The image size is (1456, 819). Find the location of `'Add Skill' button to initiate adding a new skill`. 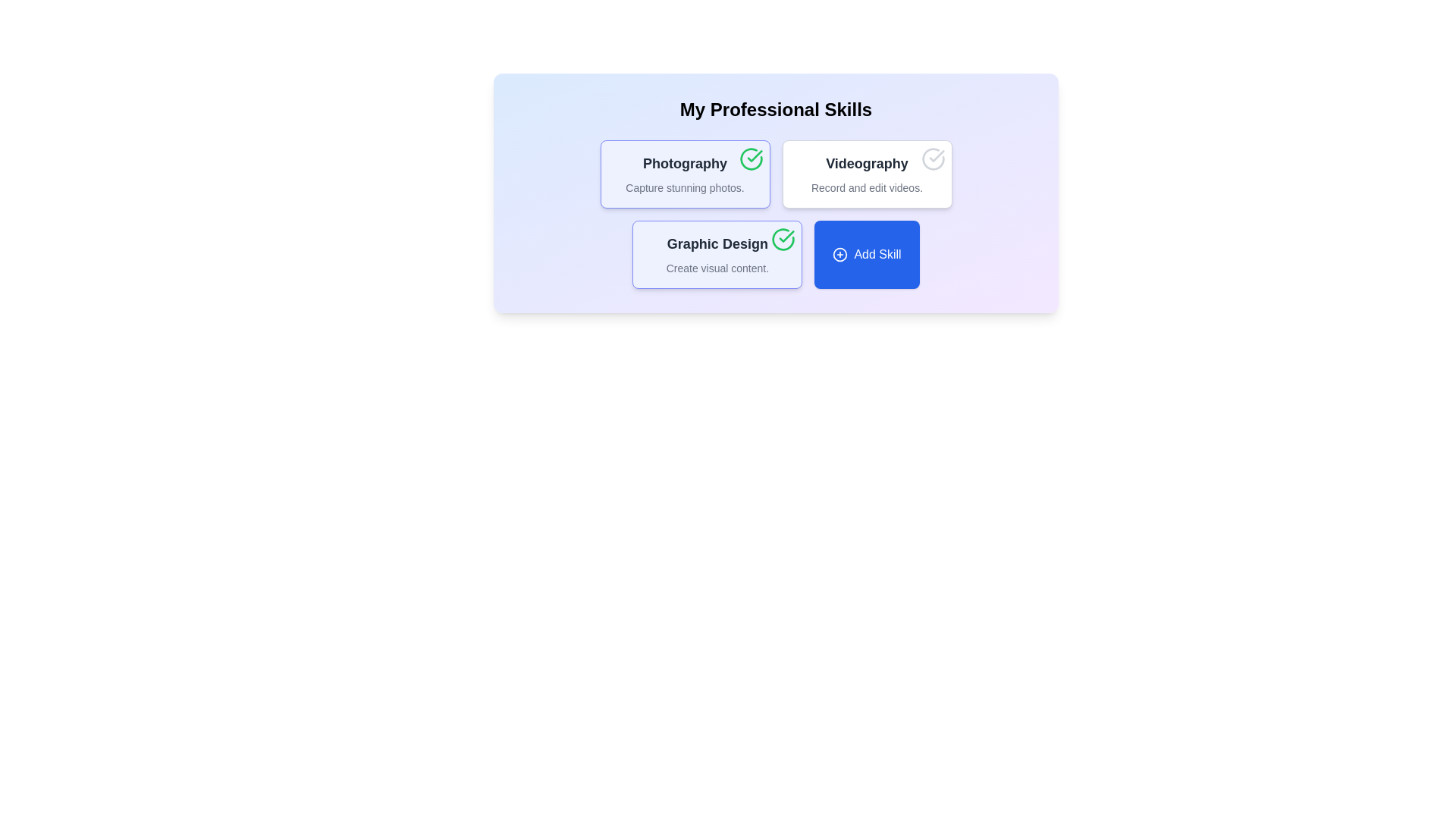

'Add Skill' button to initiate adding a new skill is located at coordinates (867, 253).